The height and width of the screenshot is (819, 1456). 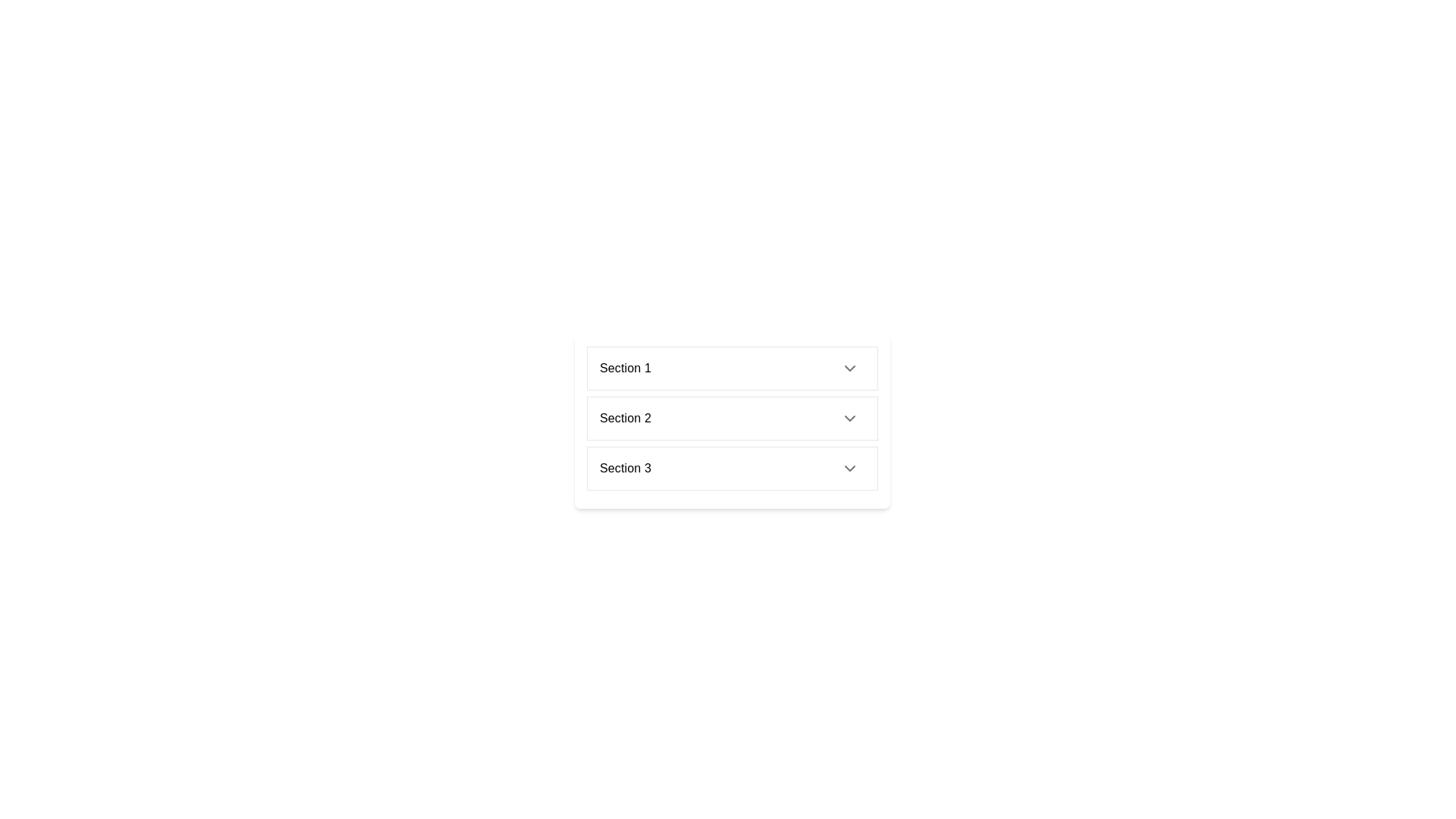 What do you see at coordinates (850, 467) in the screenshot?
I see `the downward-pointing chevron icon within the button located at the right side of the 'Section 3' row` at bounding box center [850, 467].